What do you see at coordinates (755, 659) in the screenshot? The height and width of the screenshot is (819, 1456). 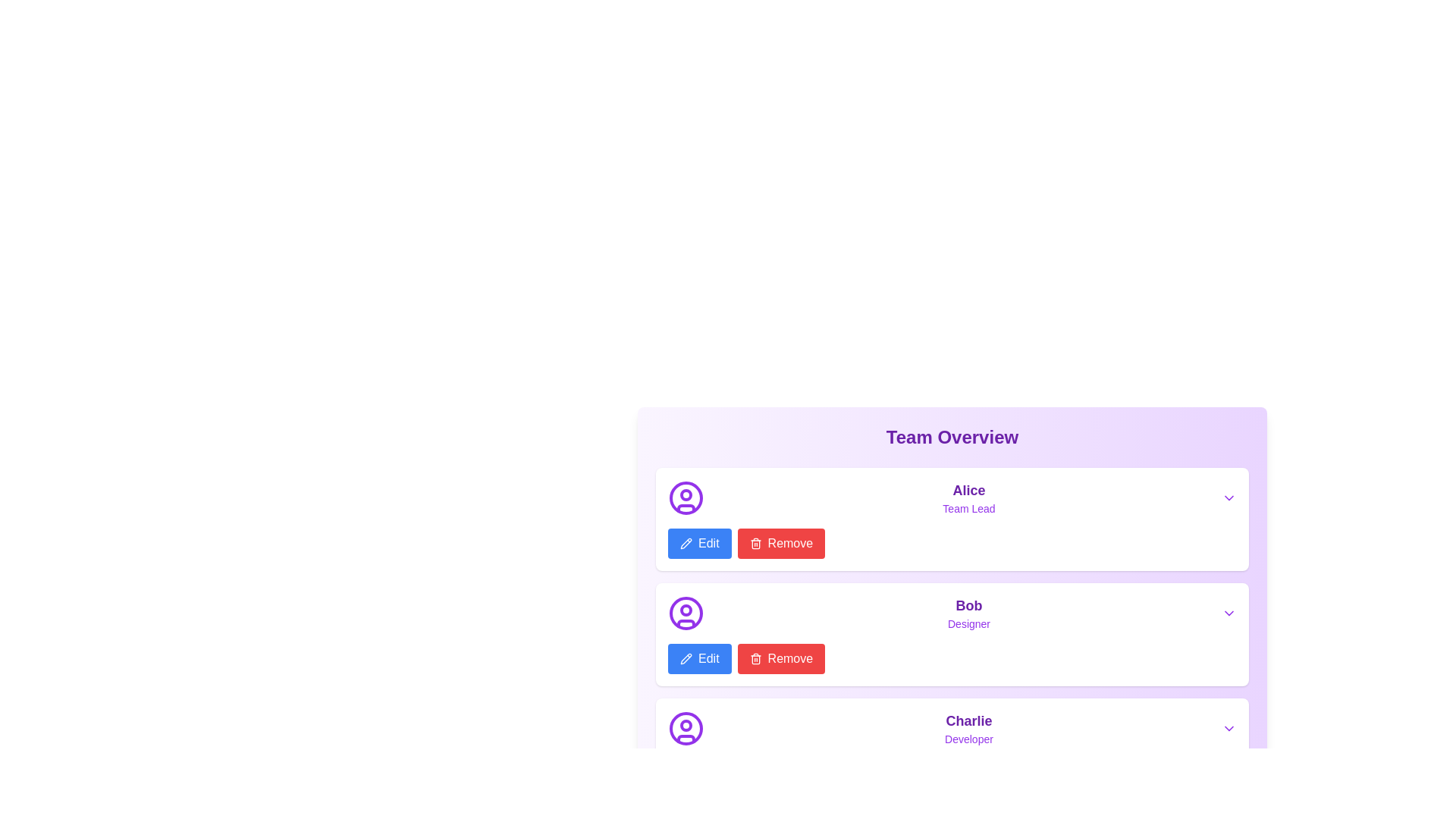 I see `the trash bin icon, which is part of the red 'Remove' button located to the right of the 'Edit' button in the second entry of the user cards list` at bounding box center [755, 659].